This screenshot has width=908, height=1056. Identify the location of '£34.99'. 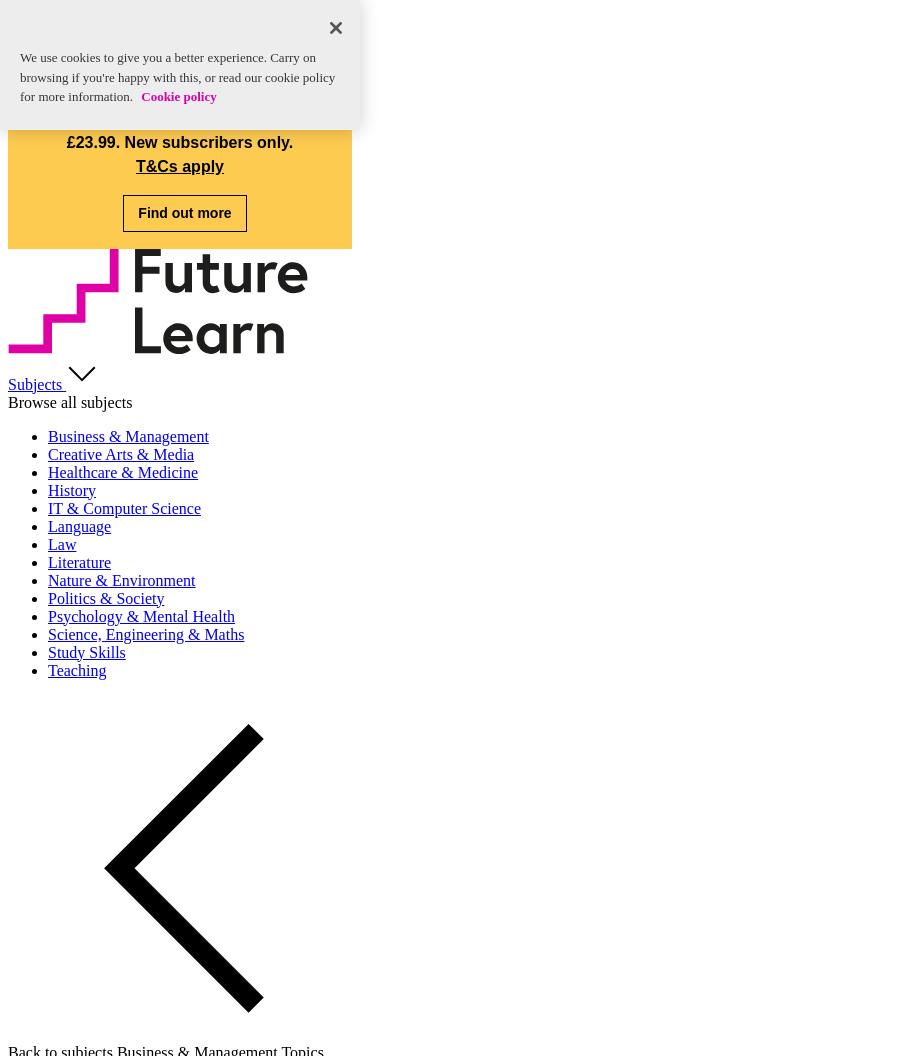
(278, 116).